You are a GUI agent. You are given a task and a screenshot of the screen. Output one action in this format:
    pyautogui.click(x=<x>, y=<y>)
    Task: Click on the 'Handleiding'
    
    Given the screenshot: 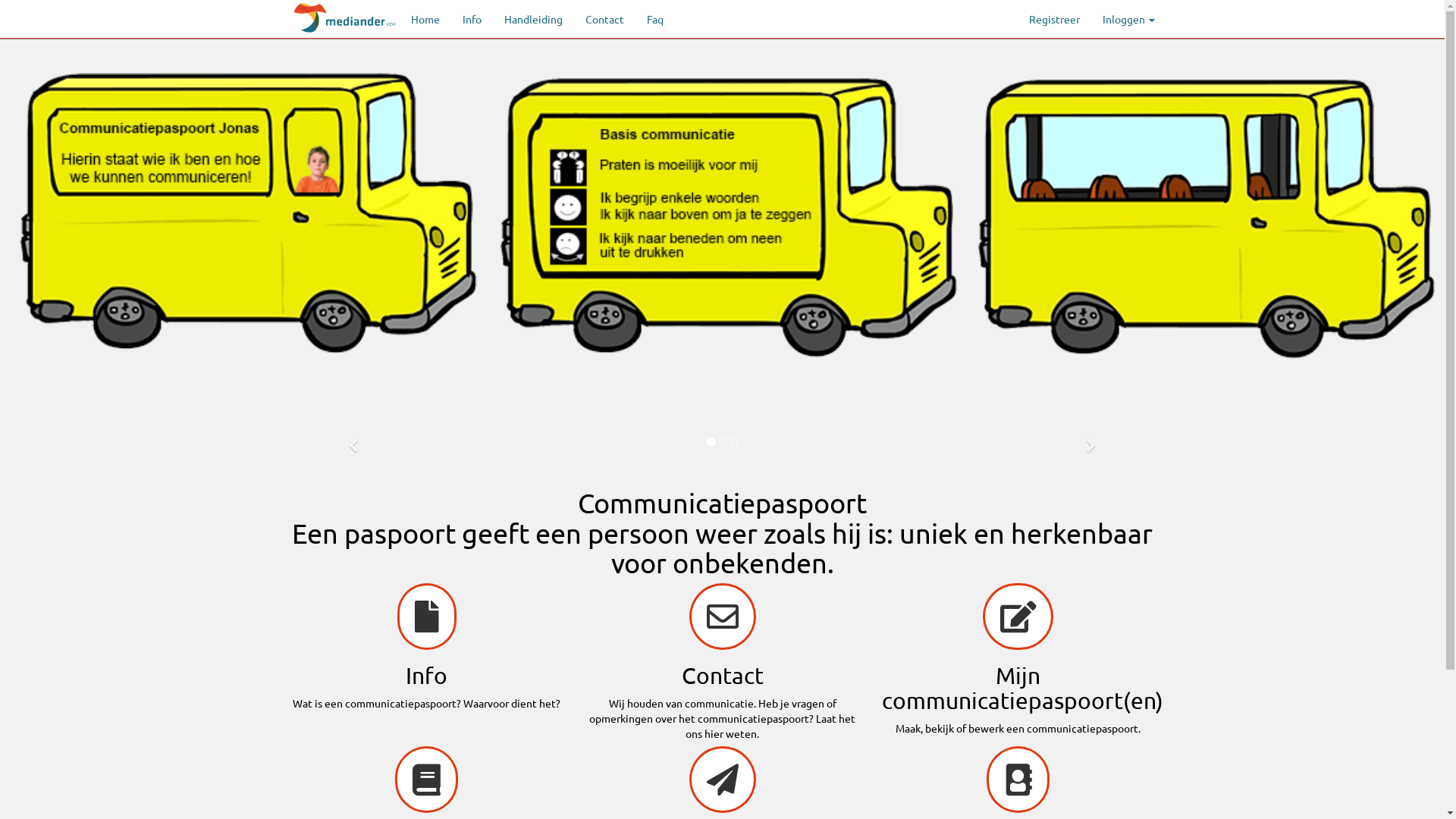 What is the action you would take?
    pyautogui.click(x=492, y=18)
    